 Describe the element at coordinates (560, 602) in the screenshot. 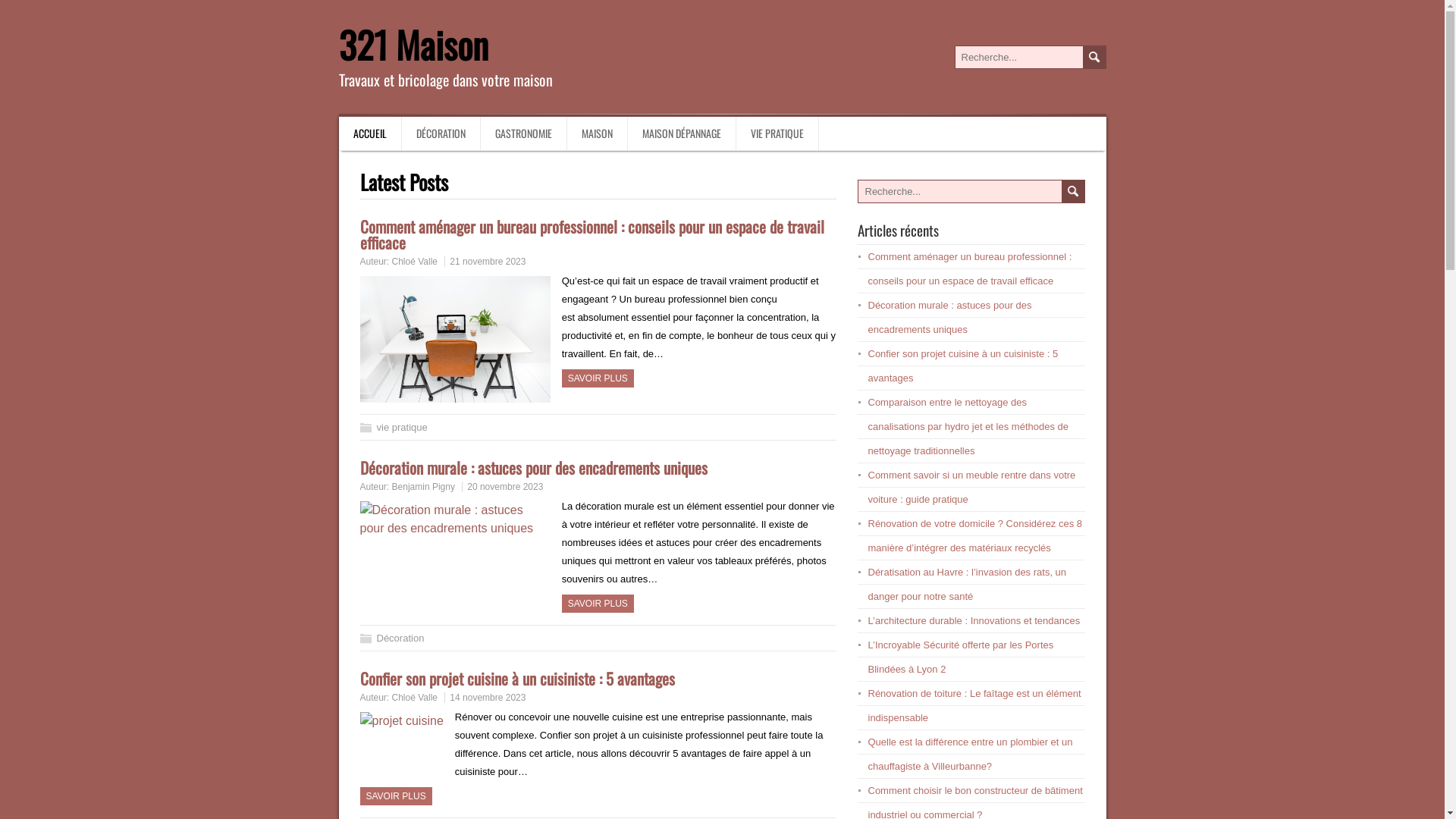

I see `'SAVOIR PLUS'` at that location.